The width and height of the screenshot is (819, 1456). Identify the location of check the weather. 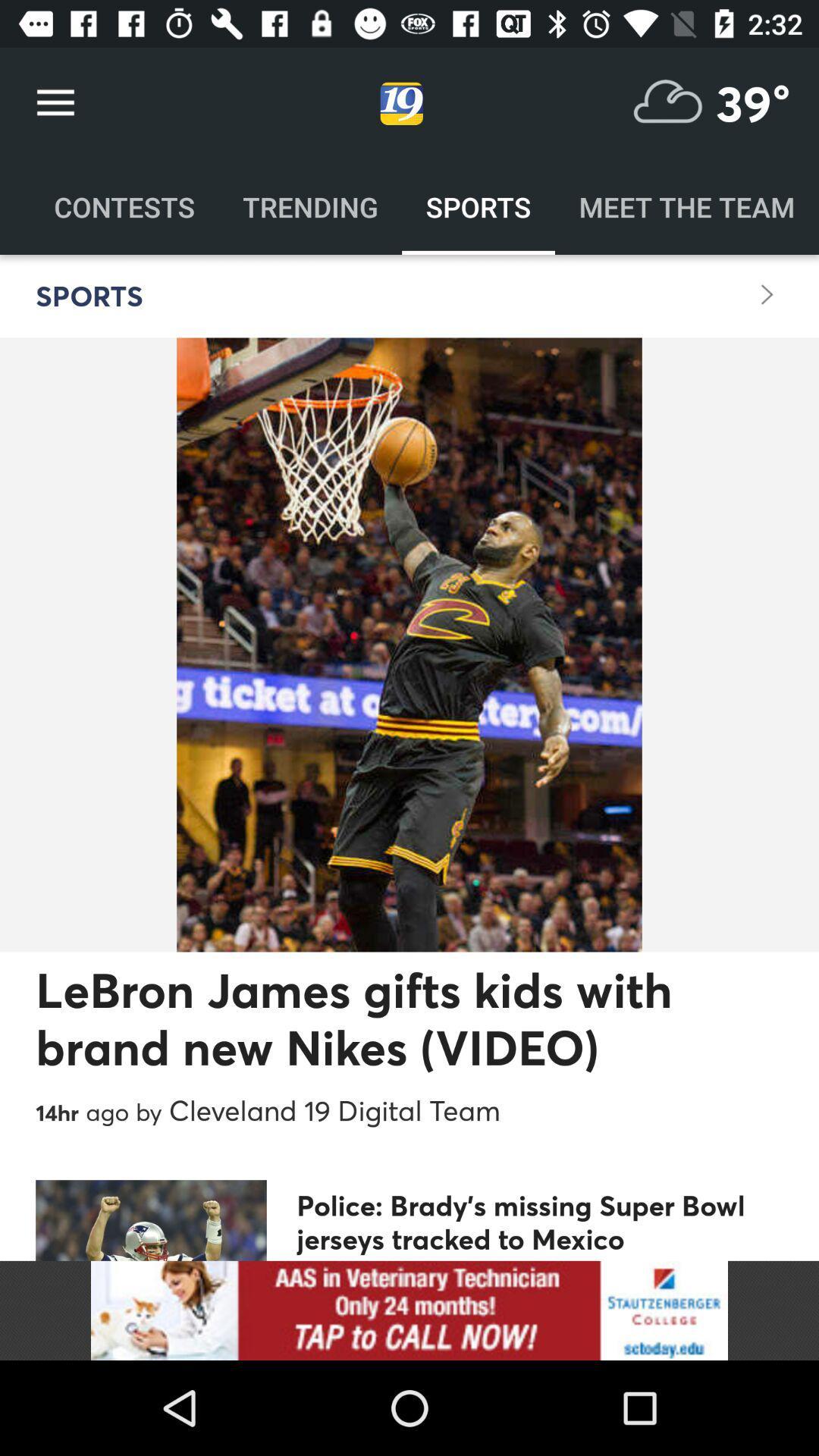
(667, 102).